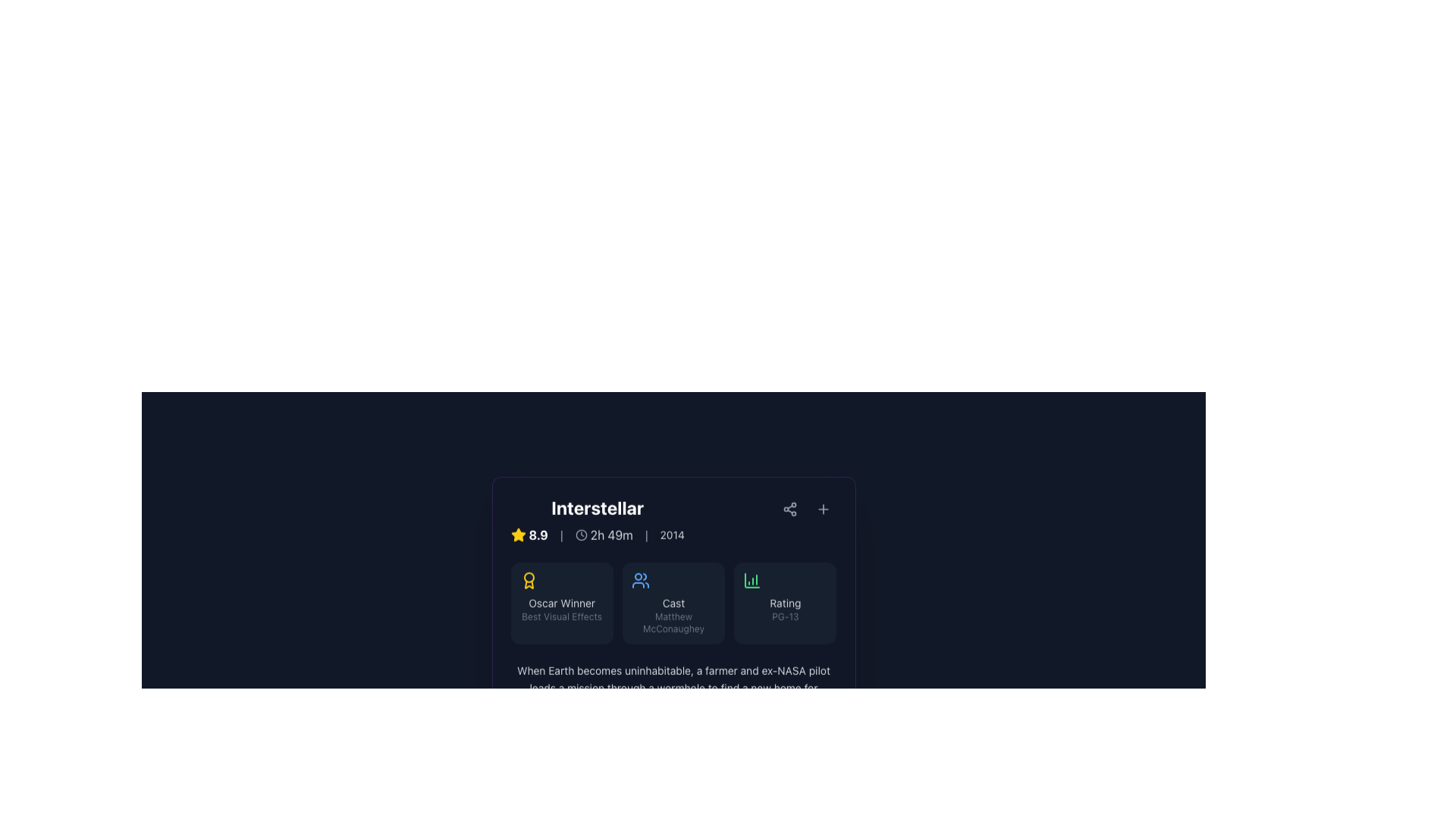 Image resolution: width=1456 pixels, height=819 pixels. I want to click on the Feedback indicator displaying the percentages '92%' and '8%' with thumbs-up and thumbs-down icons, located in the bottom region of the modal, so click(673, 776).